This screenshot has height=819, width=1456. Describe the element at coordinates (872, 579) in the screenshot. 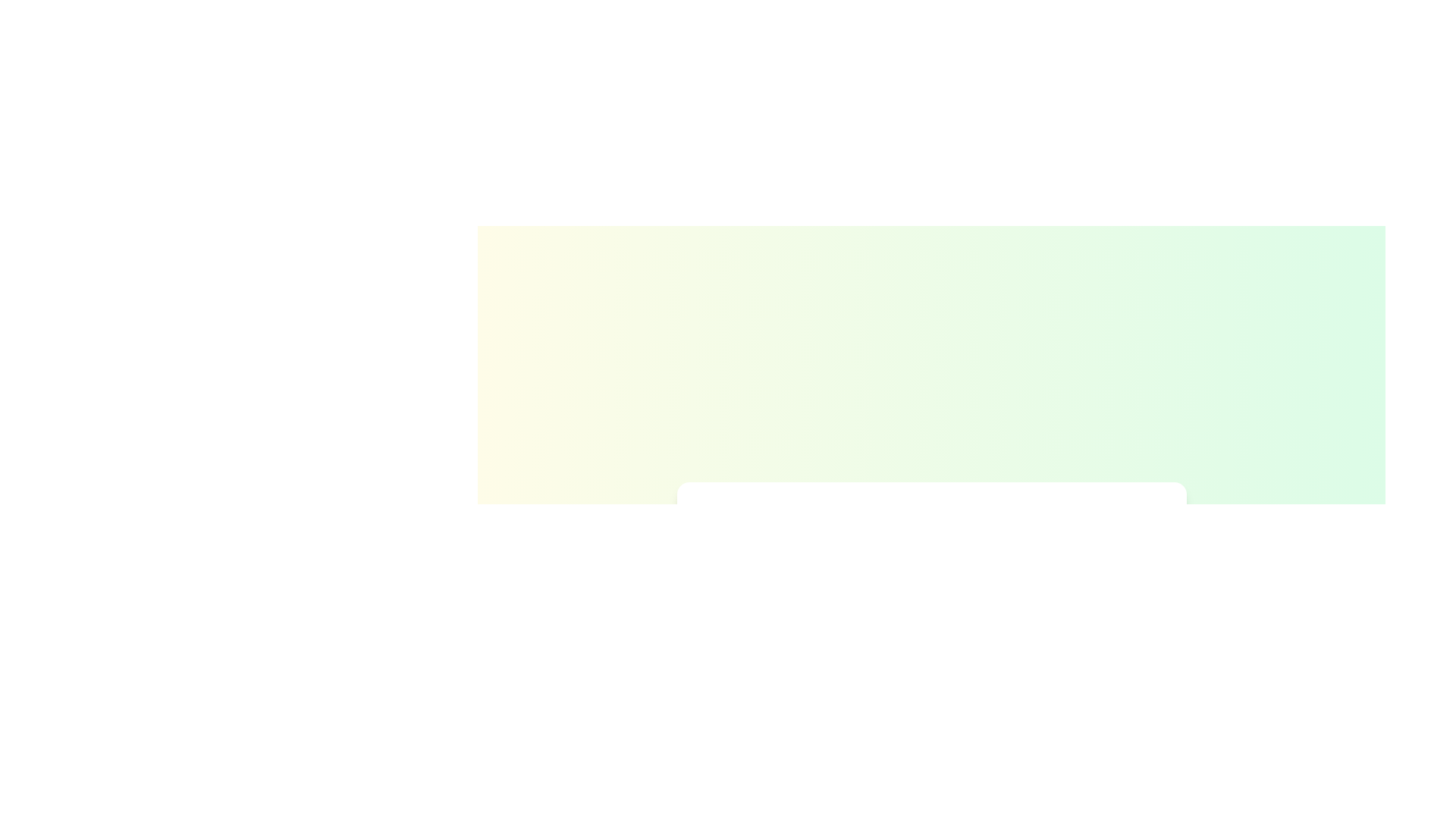

I see `the Progress Indicator, which is a horizontal bar positioned in the middle of a slider component and visually distinct with a solid fill, representing a 75% filled state` at that location.